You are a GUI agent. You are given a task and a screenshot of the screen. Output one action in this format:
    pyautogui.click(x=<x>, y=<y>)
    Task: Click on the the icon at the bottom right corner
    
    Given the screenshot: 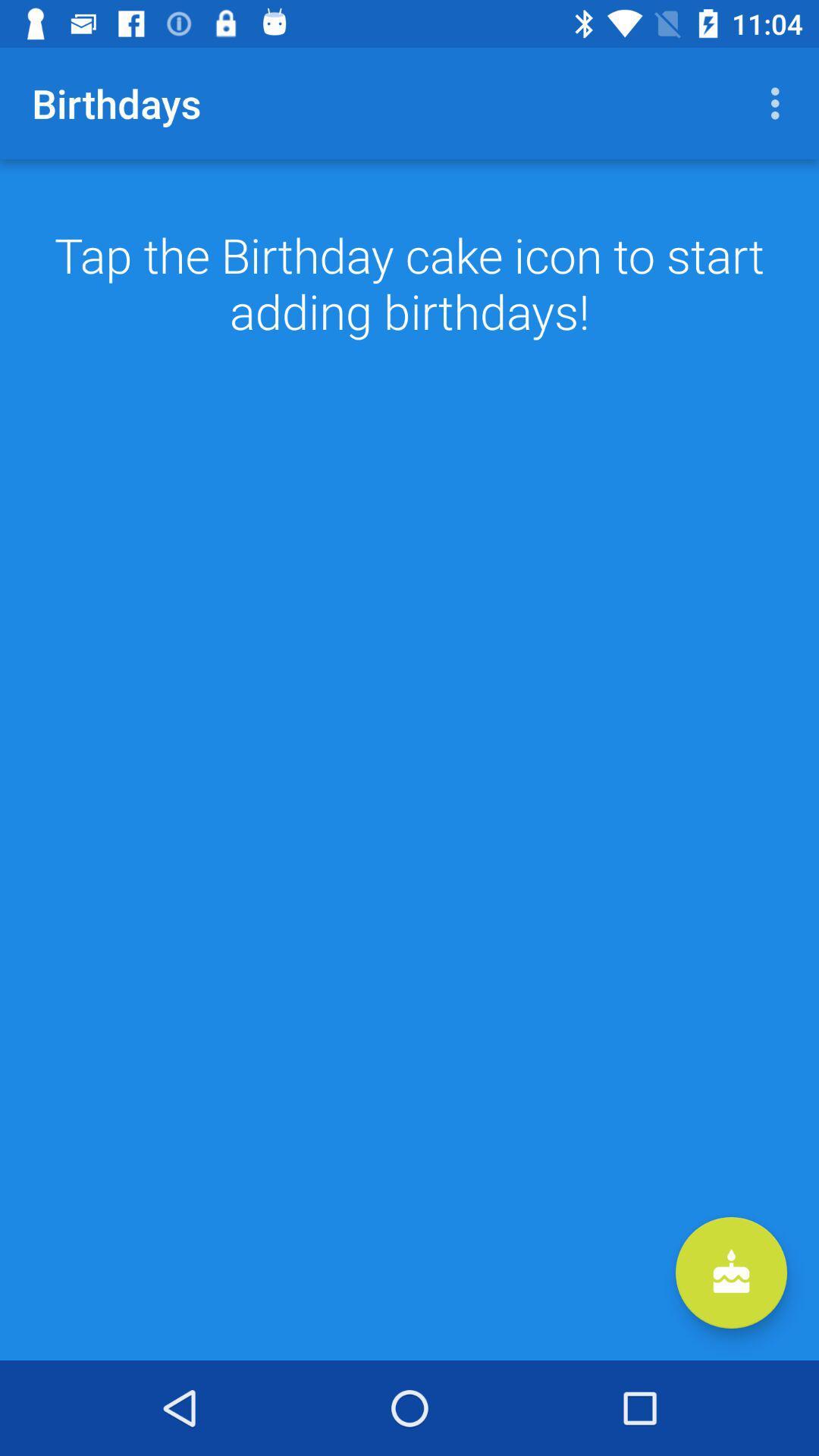 What is the action you would take?
    pyautogui.click(x=730, y=1272)
    